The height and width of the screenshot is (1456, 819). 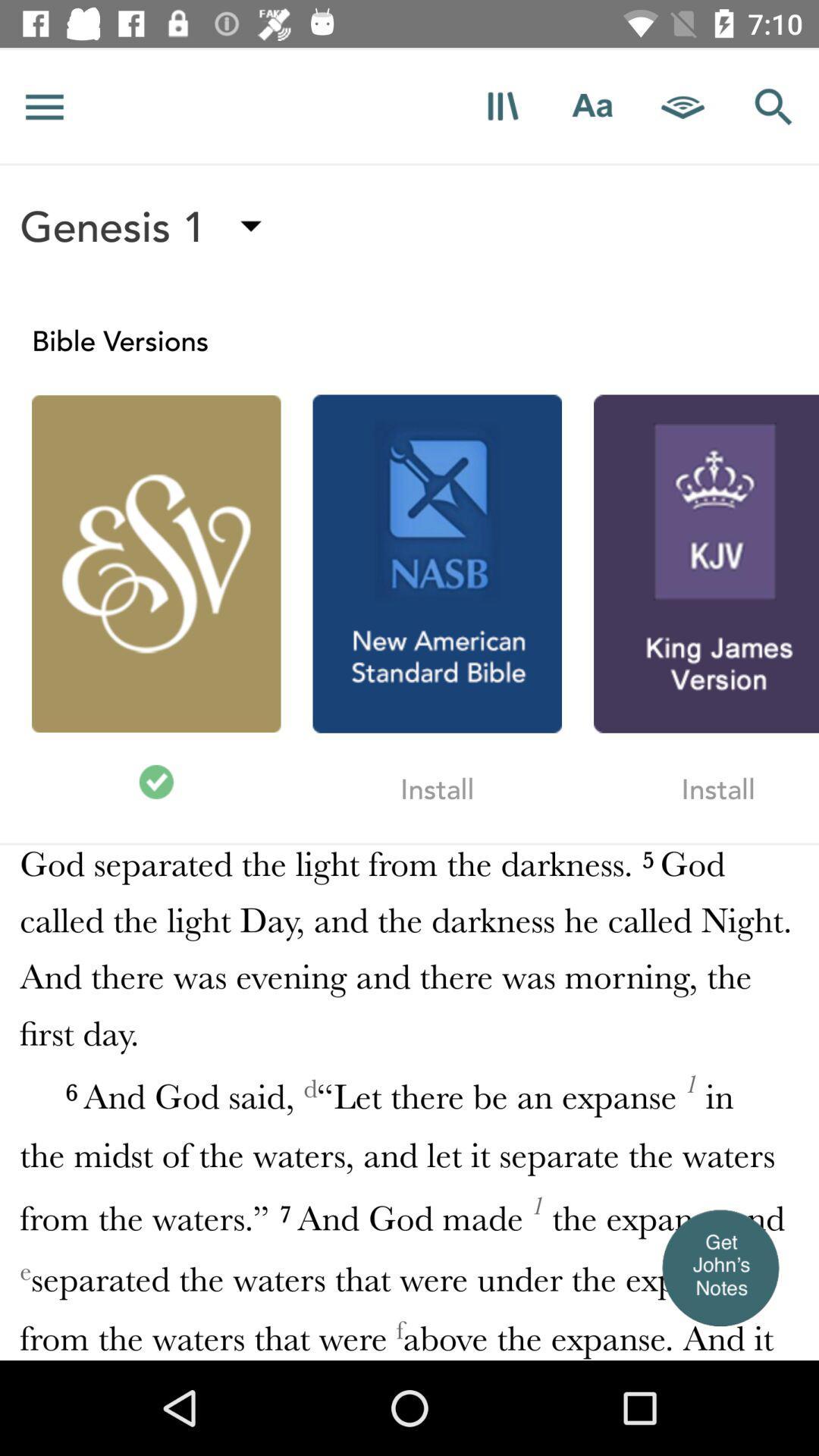 What do you see at coordinates (44, 105) in the screenshot?
I see `menu` at bounding box center [44, 105].